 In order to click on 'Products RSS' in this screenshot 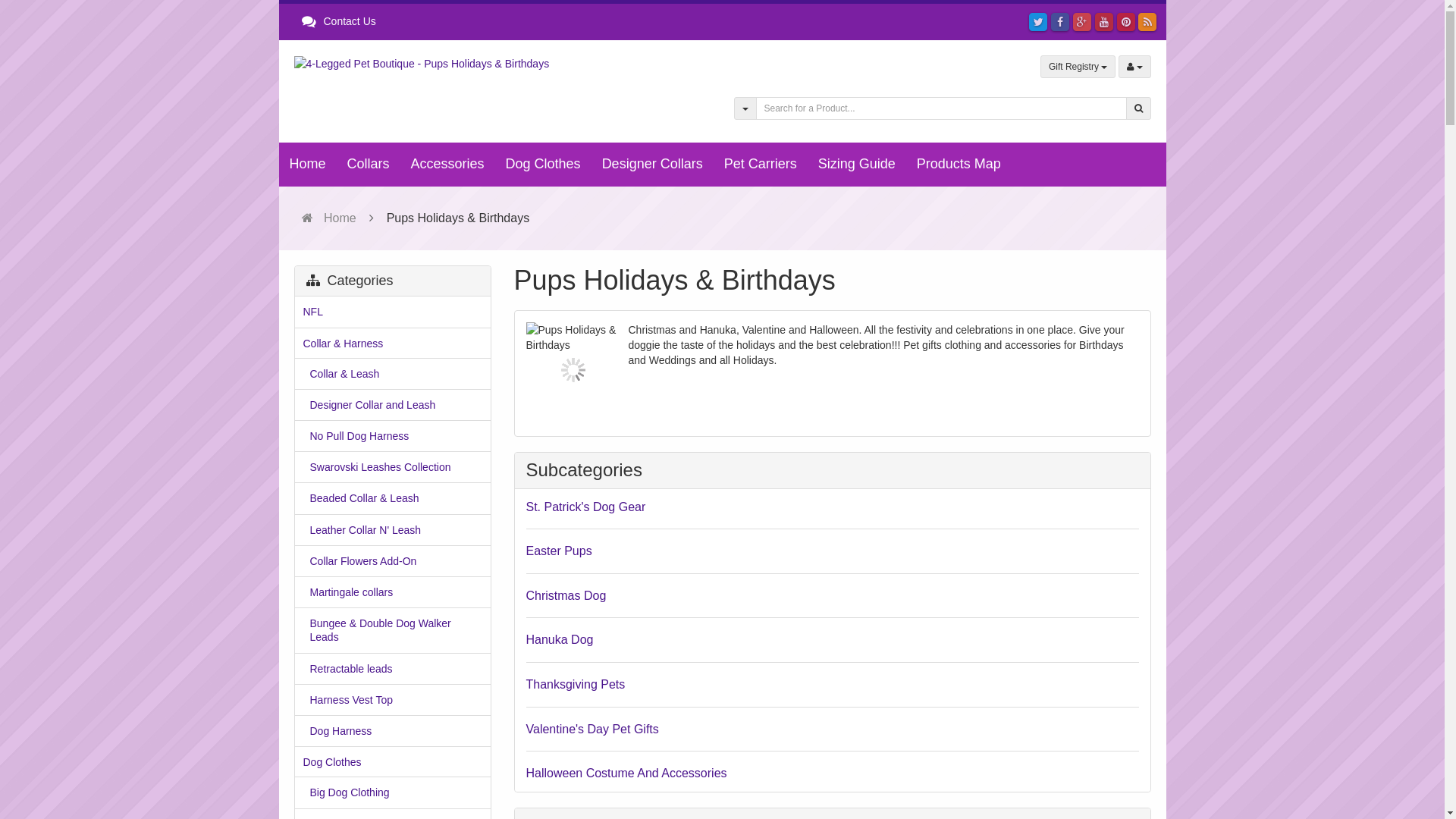, I will do `click(1147, 22)`.